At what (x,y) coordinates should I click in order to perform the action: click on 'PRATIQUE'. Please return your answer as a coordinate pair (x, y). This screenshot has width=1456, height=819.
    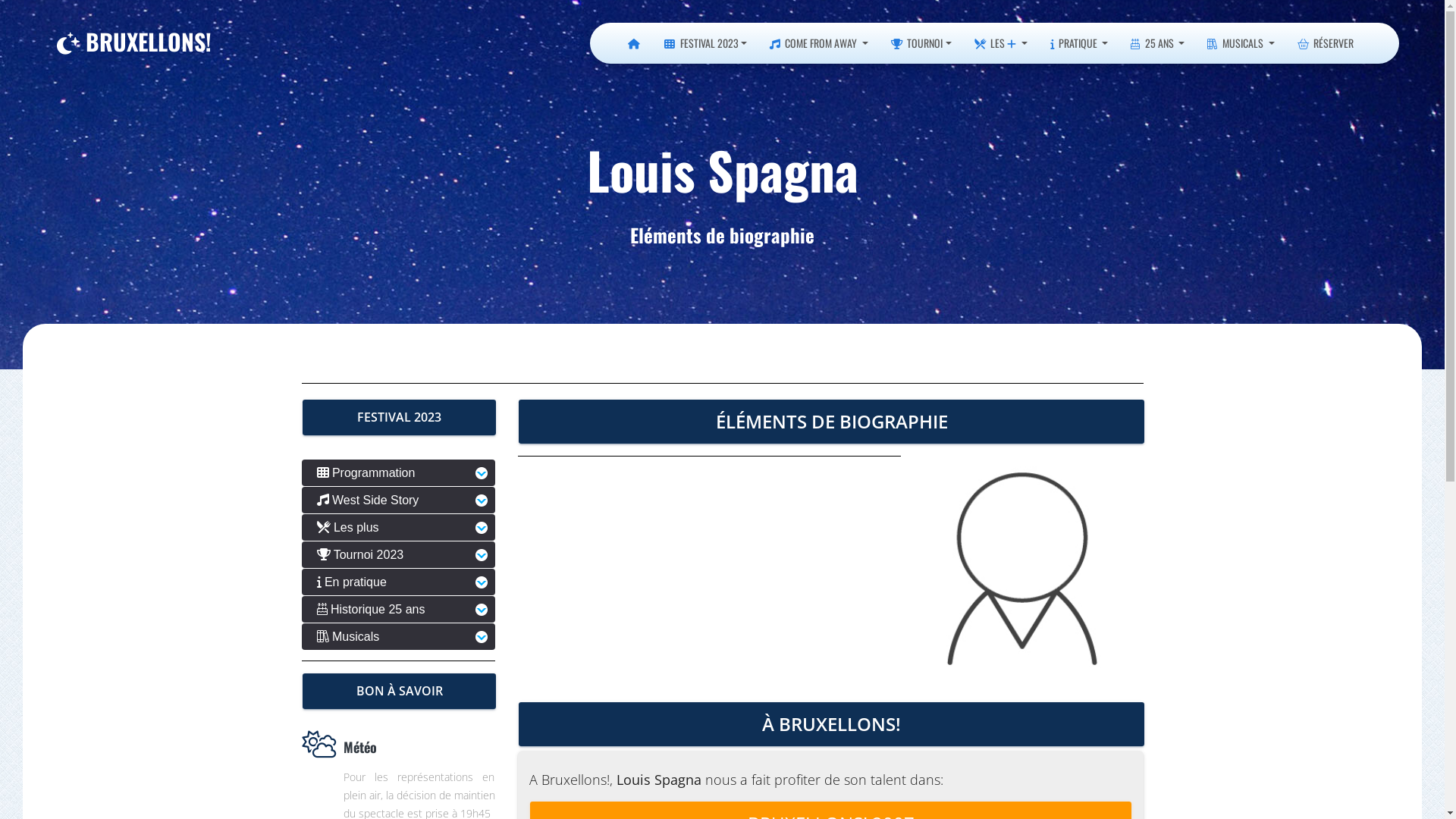
    Looking at the image, I should click on (1078, 42).